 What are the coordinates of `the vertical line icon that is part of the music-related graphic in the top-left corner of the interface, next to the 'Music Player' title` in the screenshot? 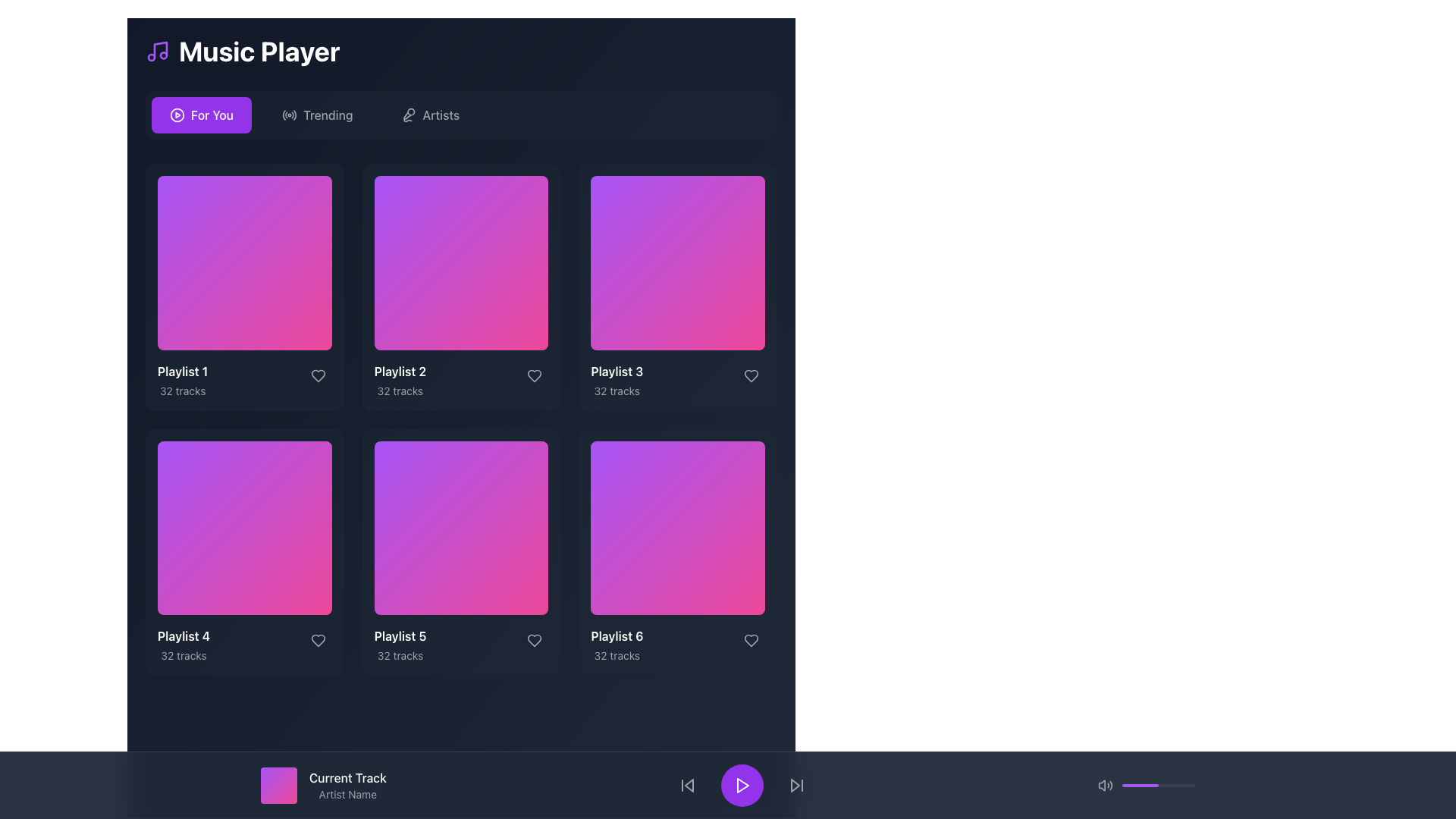 It's located at (160, 49).